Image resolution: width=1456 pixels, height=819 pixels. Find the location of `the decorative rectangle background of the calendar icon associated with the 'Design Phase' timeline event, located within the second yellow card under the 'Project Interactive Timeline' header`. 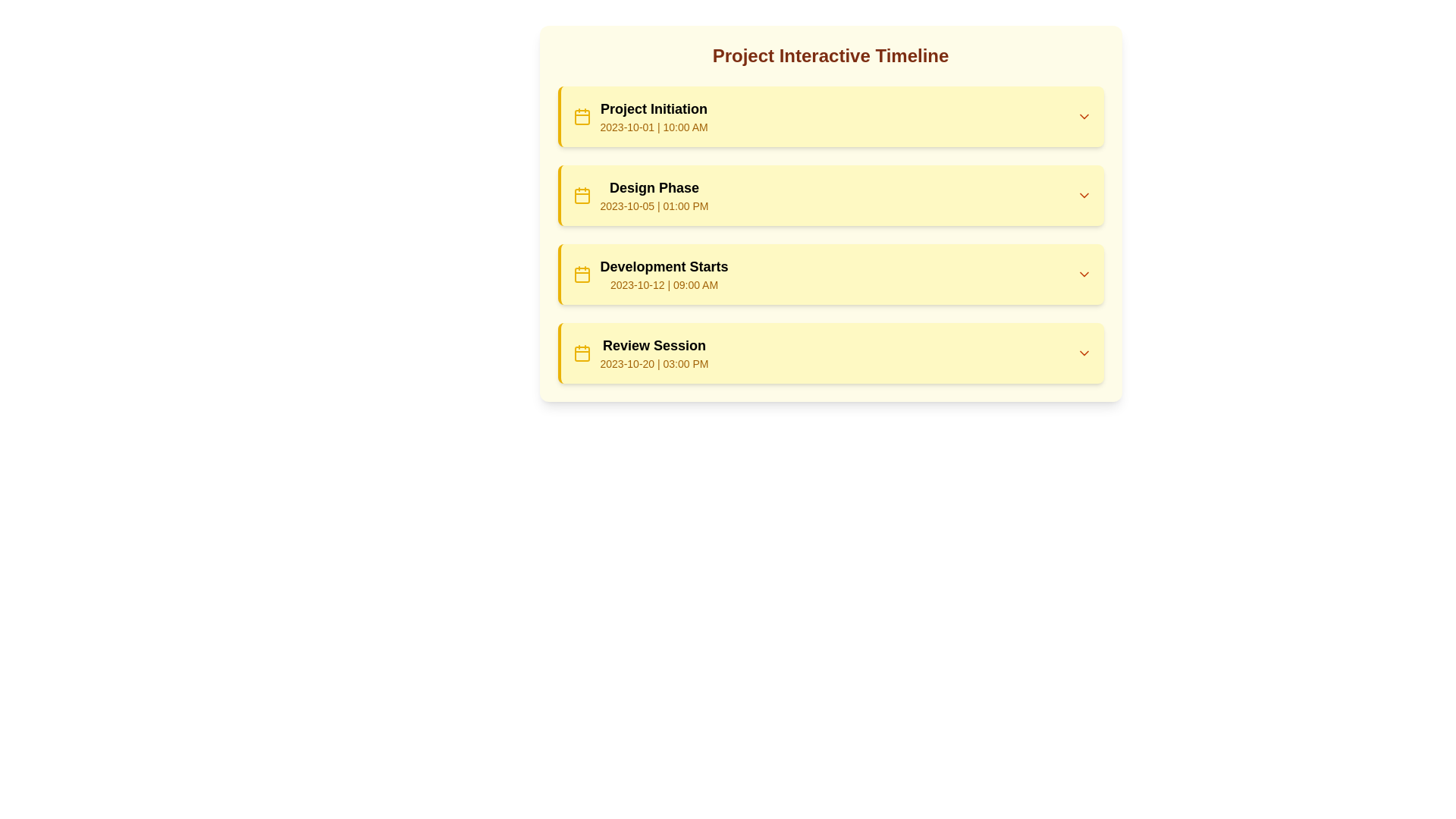

the decorative rectangle background of the calendar icon associated with the 'Design Phase' timeline event, located within the second yellow card under the 'Project Interactive Timeline' header is located at coordinates (581, 195).